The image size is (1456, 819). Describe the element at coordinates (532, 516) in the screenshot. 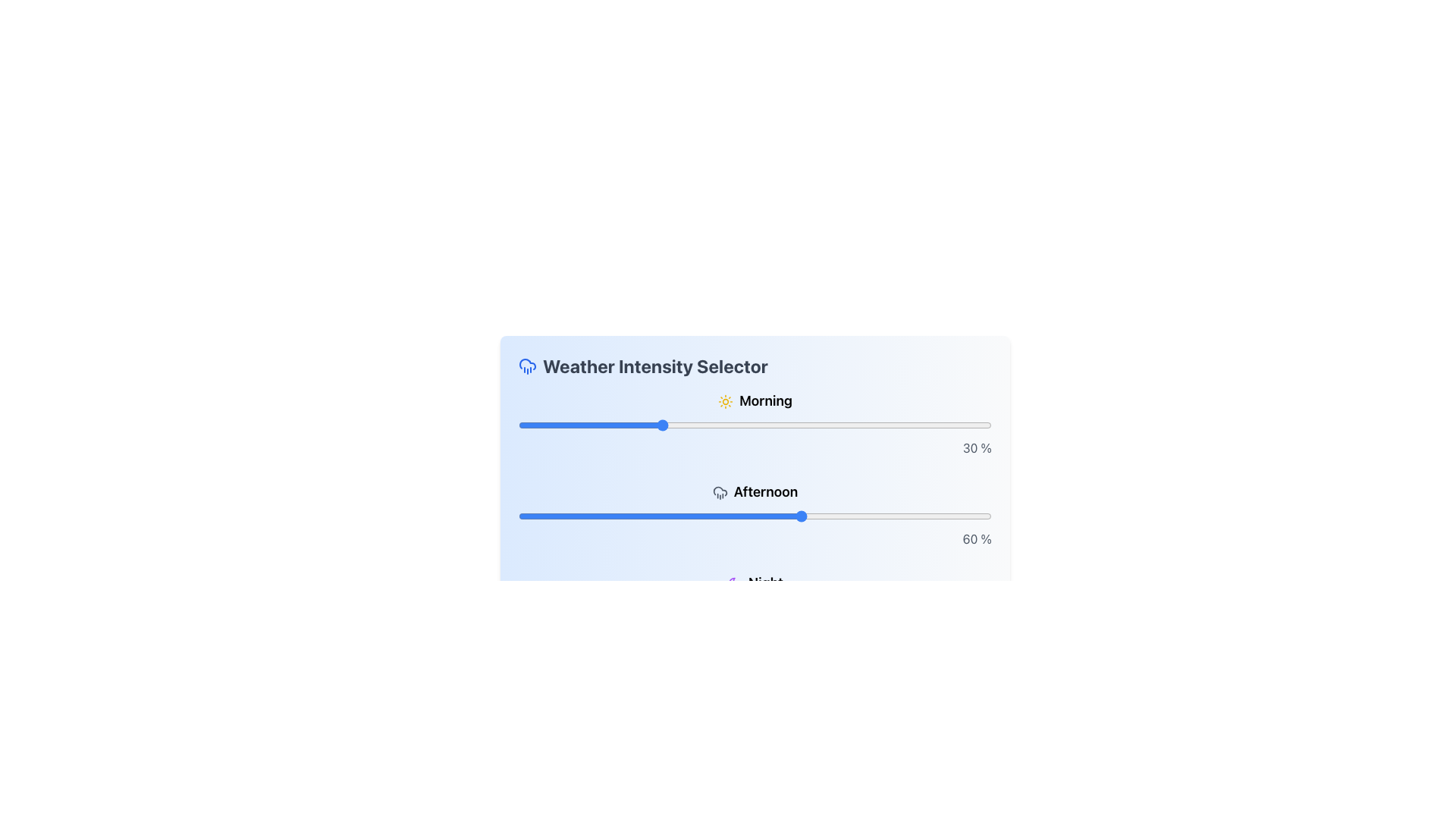

I see `the afternoon slider` at that location.